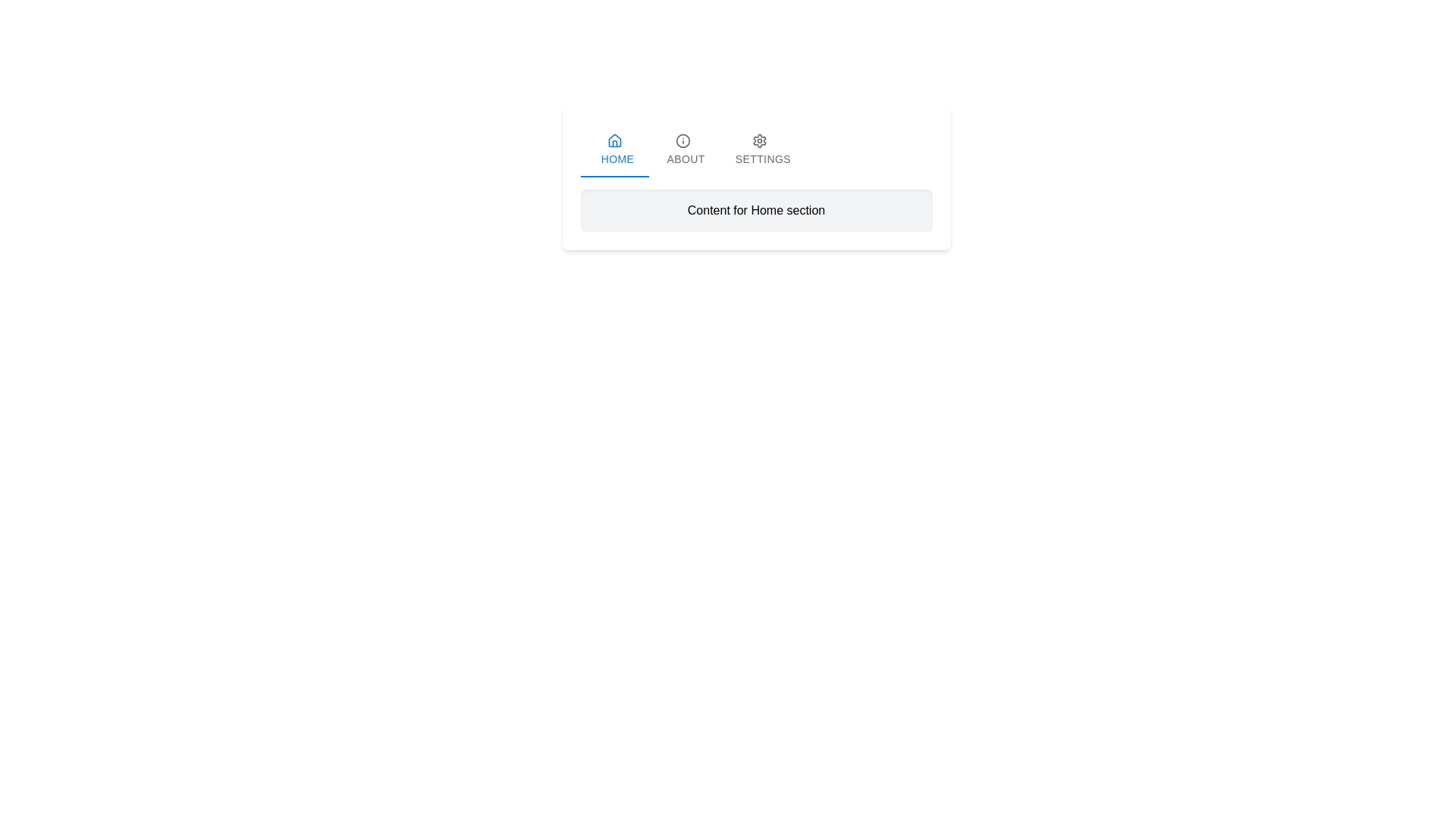 This screenshot has height=819, width=1456. I want to click on the visual state of the blue house icon located in the 'Home' tab button, positioned above the text 'Home', so click(614, 141).